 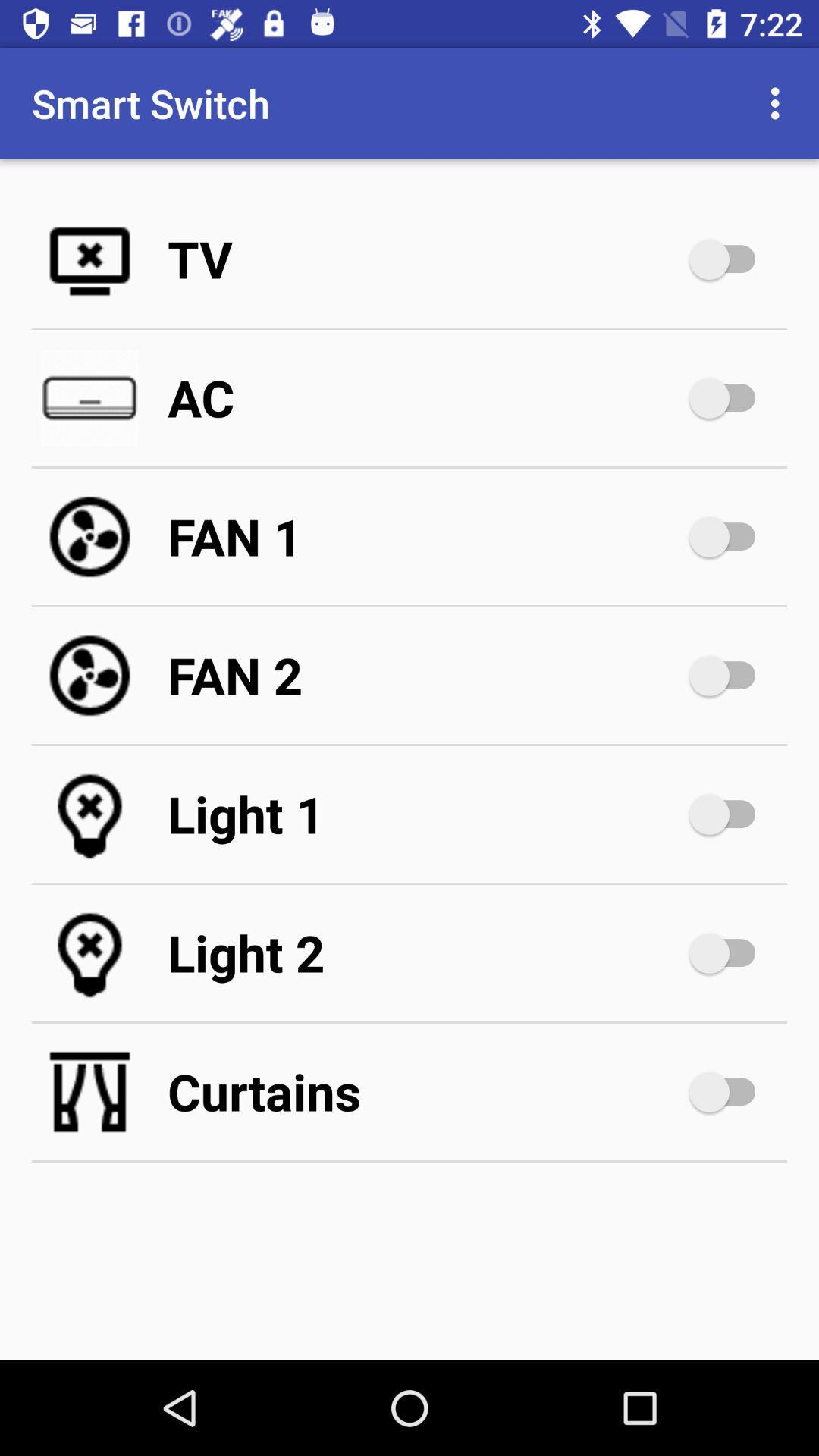 What do you see at coordinates (425, 814) in the screenshot?
I see `the item above the light 2 item` at bounding box center [425, 814].